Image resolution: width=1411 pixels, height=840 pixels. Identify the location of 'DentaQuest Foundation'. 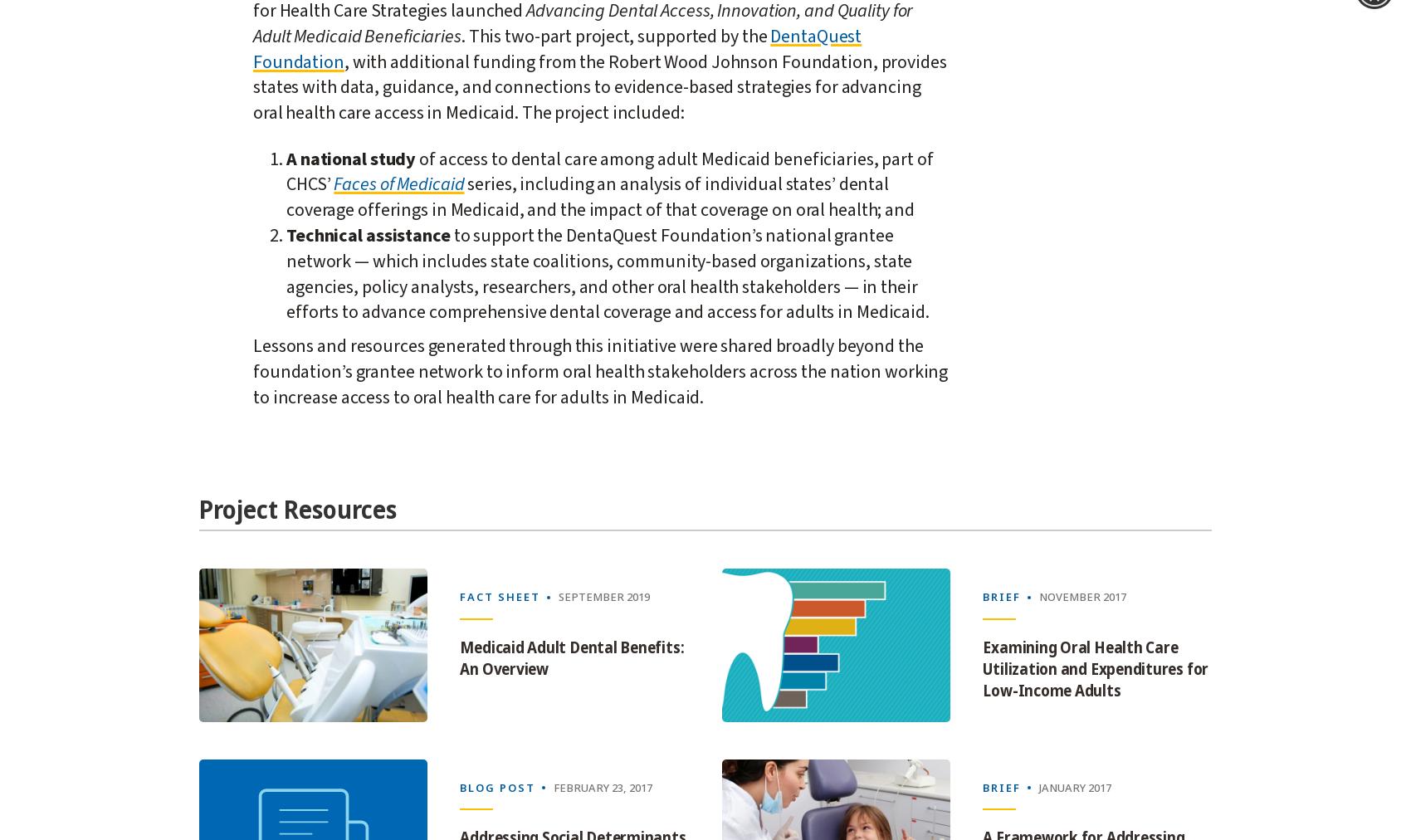
(557, 47).